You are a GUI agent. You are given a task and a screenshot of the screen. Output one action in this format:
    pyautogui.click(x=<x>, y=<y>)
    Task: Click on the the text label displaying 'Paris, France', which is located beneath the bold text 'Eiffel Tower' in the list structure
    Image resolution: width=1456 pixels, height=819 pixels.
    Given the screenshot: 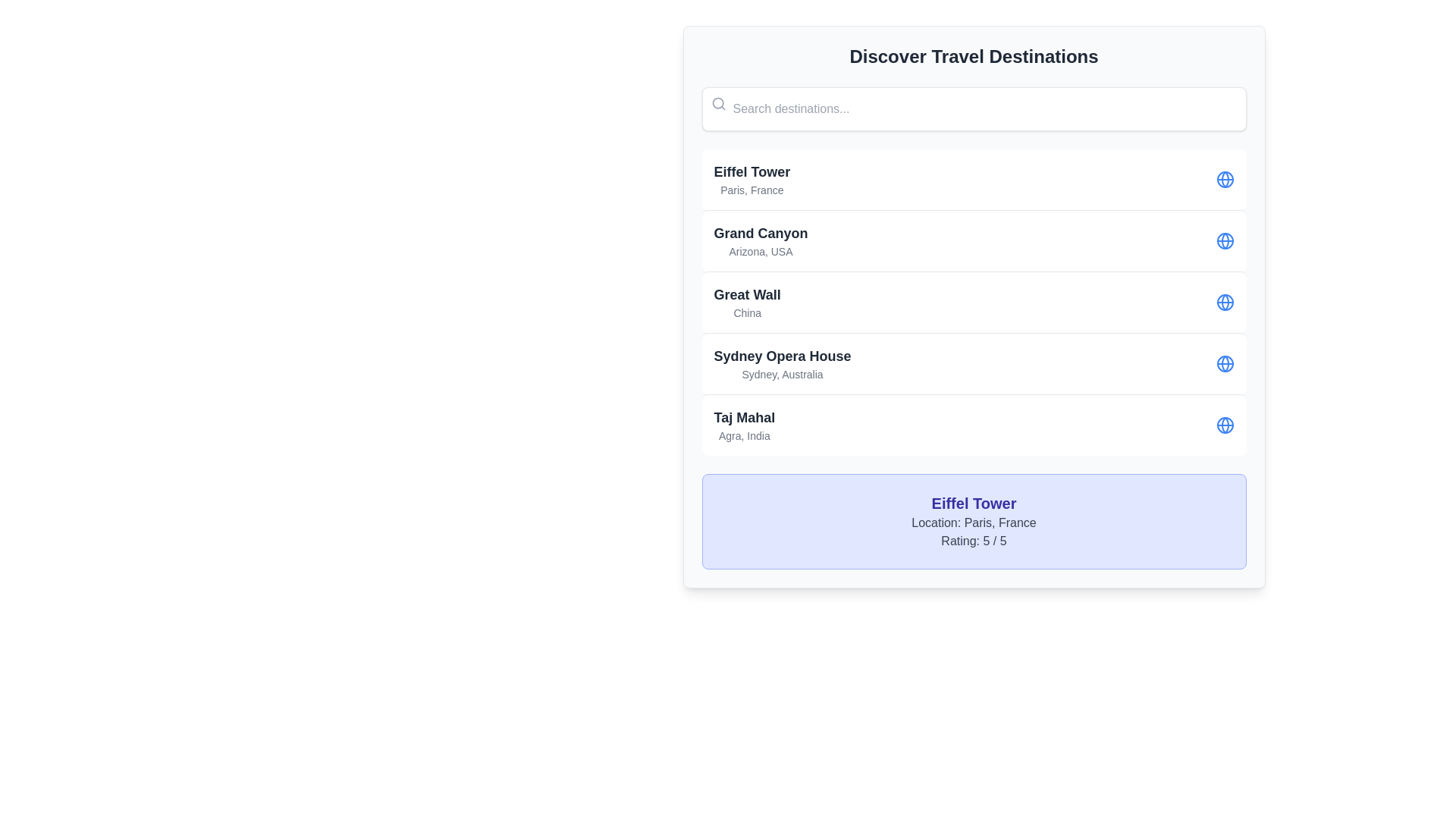 What is the action you would take?
    pyautogui.click(x=752, y=189)
    